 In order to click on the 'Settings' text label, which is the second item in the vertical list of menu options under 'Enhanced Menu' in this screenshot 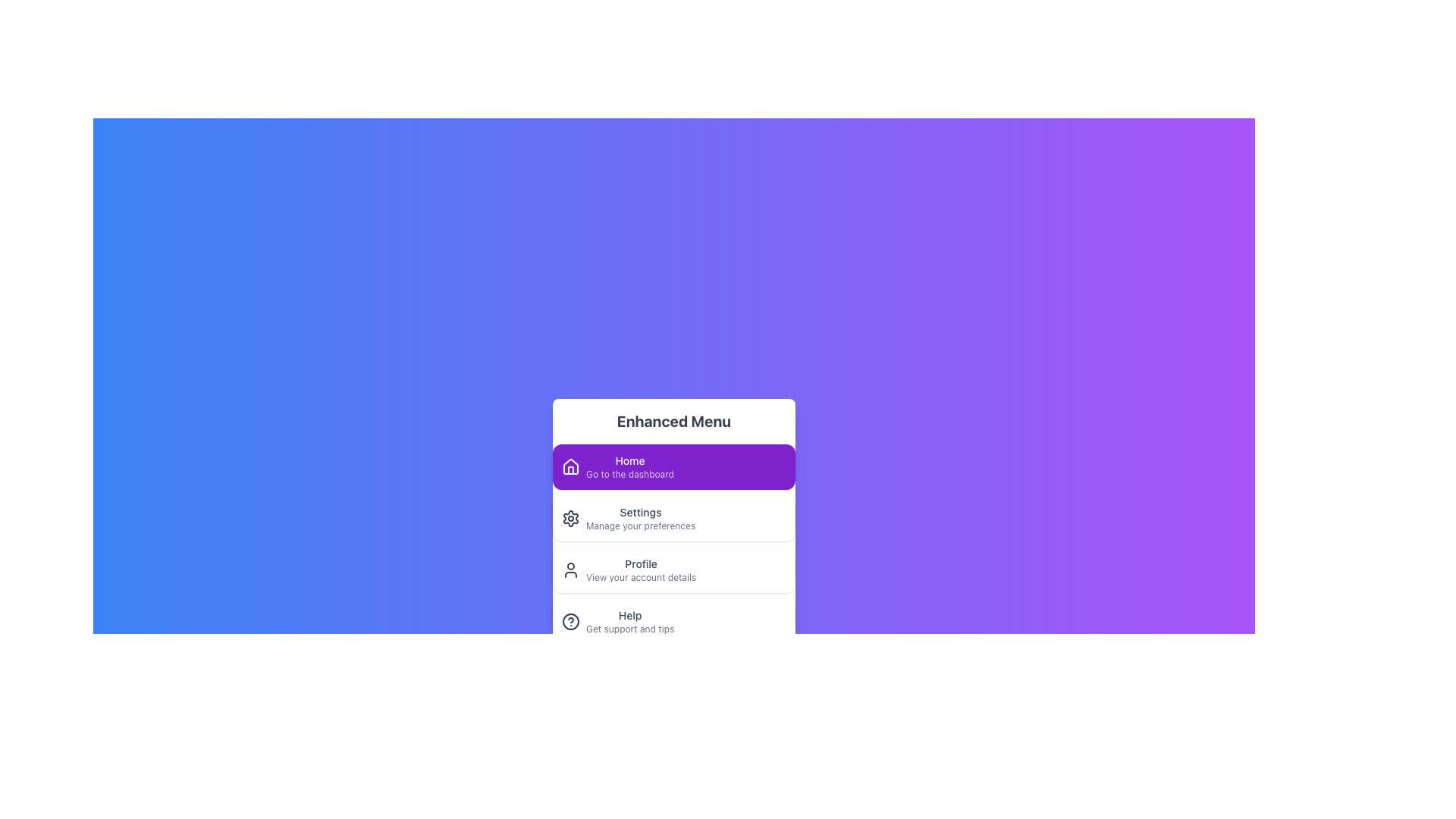, I will do `click(641, 517)`.